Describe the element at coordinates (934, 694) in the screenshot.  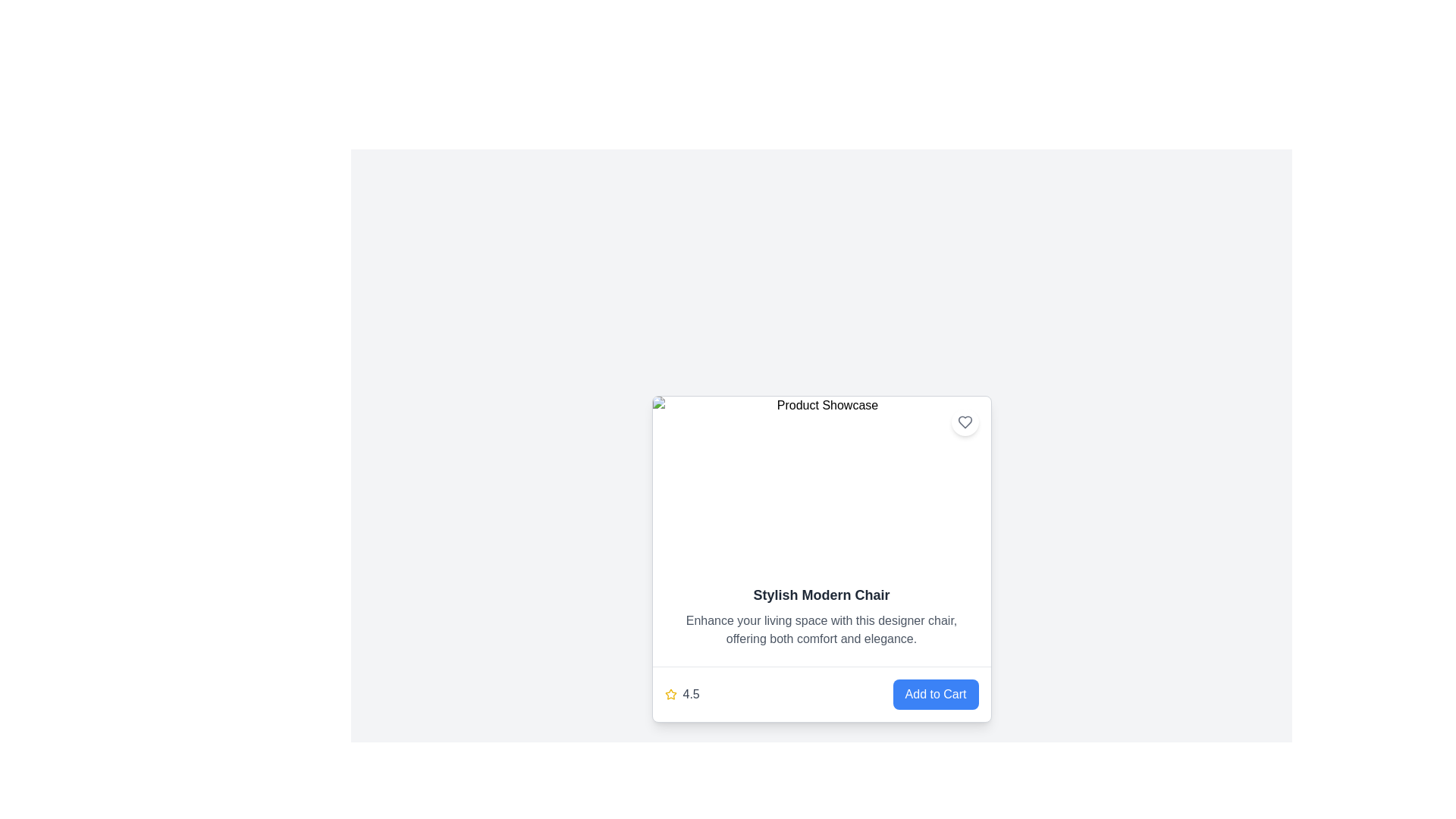
I see `the 'Add to Cart' button, which is a rectangular button with a blue background and white text, located in the bottom-right section of a card layout, to observe the visual feedback` at that location.